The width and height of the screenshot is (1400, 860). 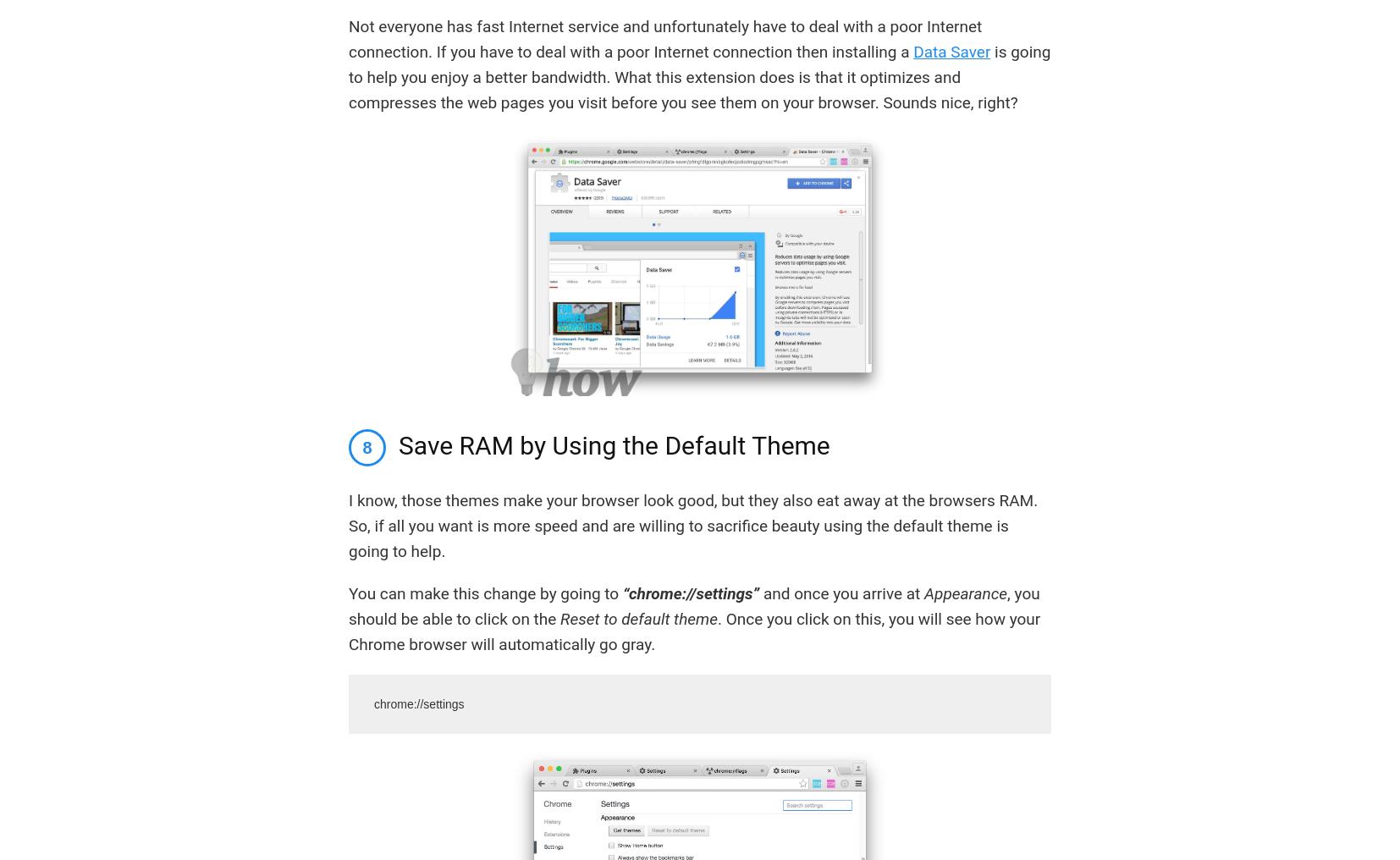 I want to click on 'I know, those themes make your browser look good, but they also eat away at the browsers RAM. So, if all you want is more speed and are willing to sacrifice beauty using the default theme is going to help.', so click(x=693, y=526).